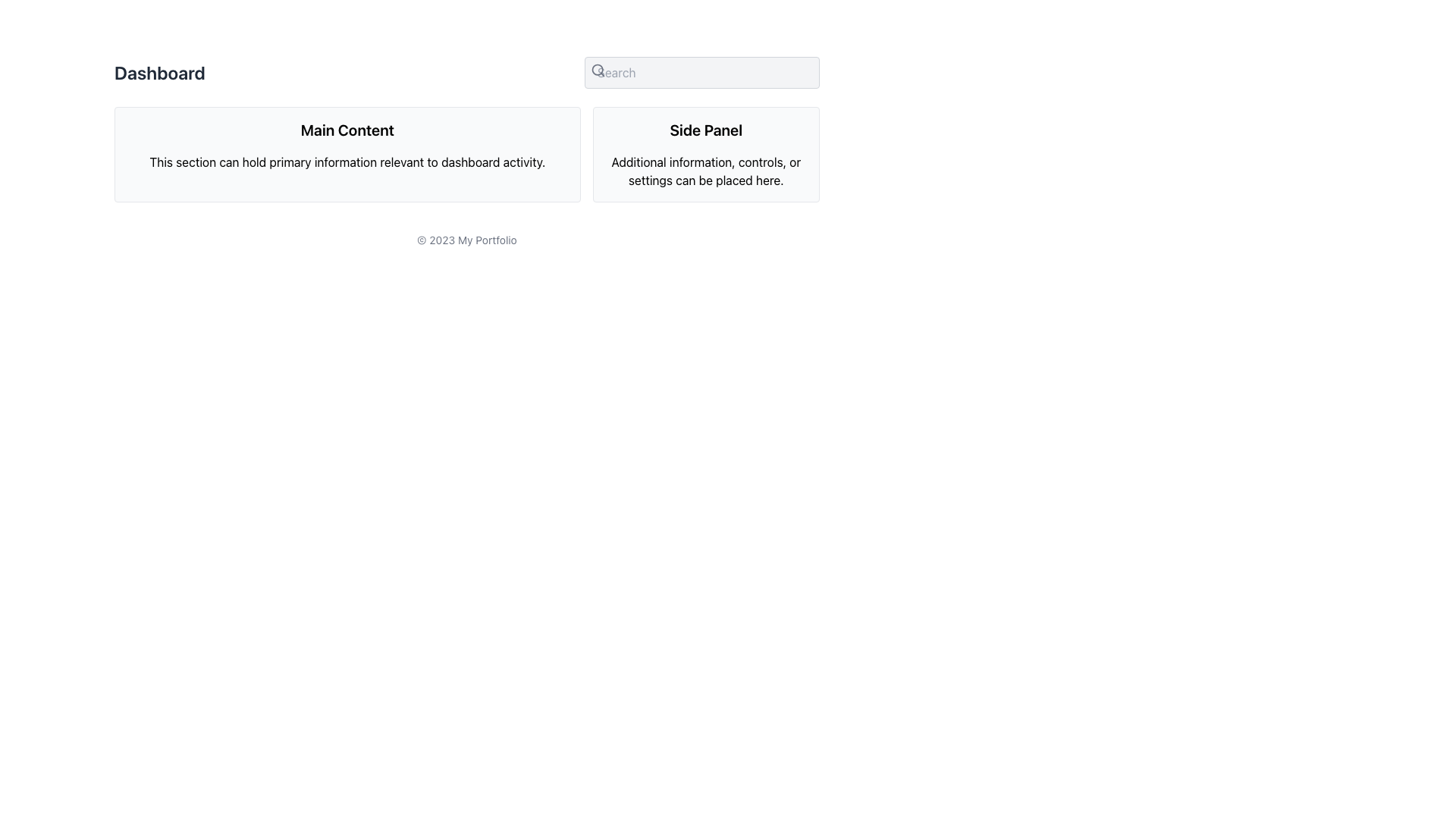 This screenshot has width=1456, height=819. What do you see at coordinates (159, 73) in the screenshot?
I see `the 'Dashboard' text label, which is a prominent header displayed in a large, bold, dark gray font at the top-left section of the interface` at bounding box center [159, 73].